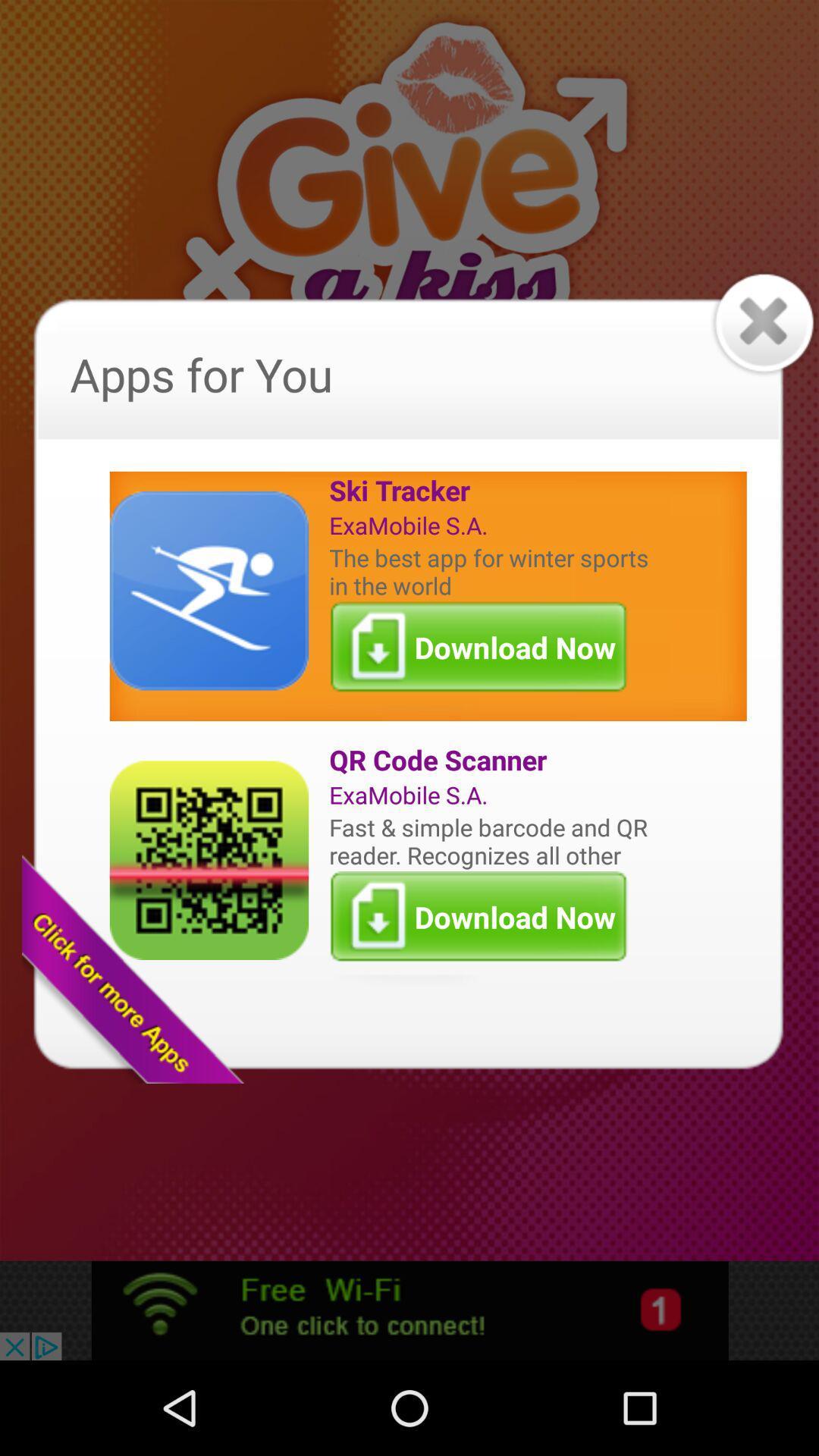 The width and height of the screenshot is (819, 1456). Describe the element at coordinates (492, 840) in the screenshot. I see `item above the download now icon` at that location.